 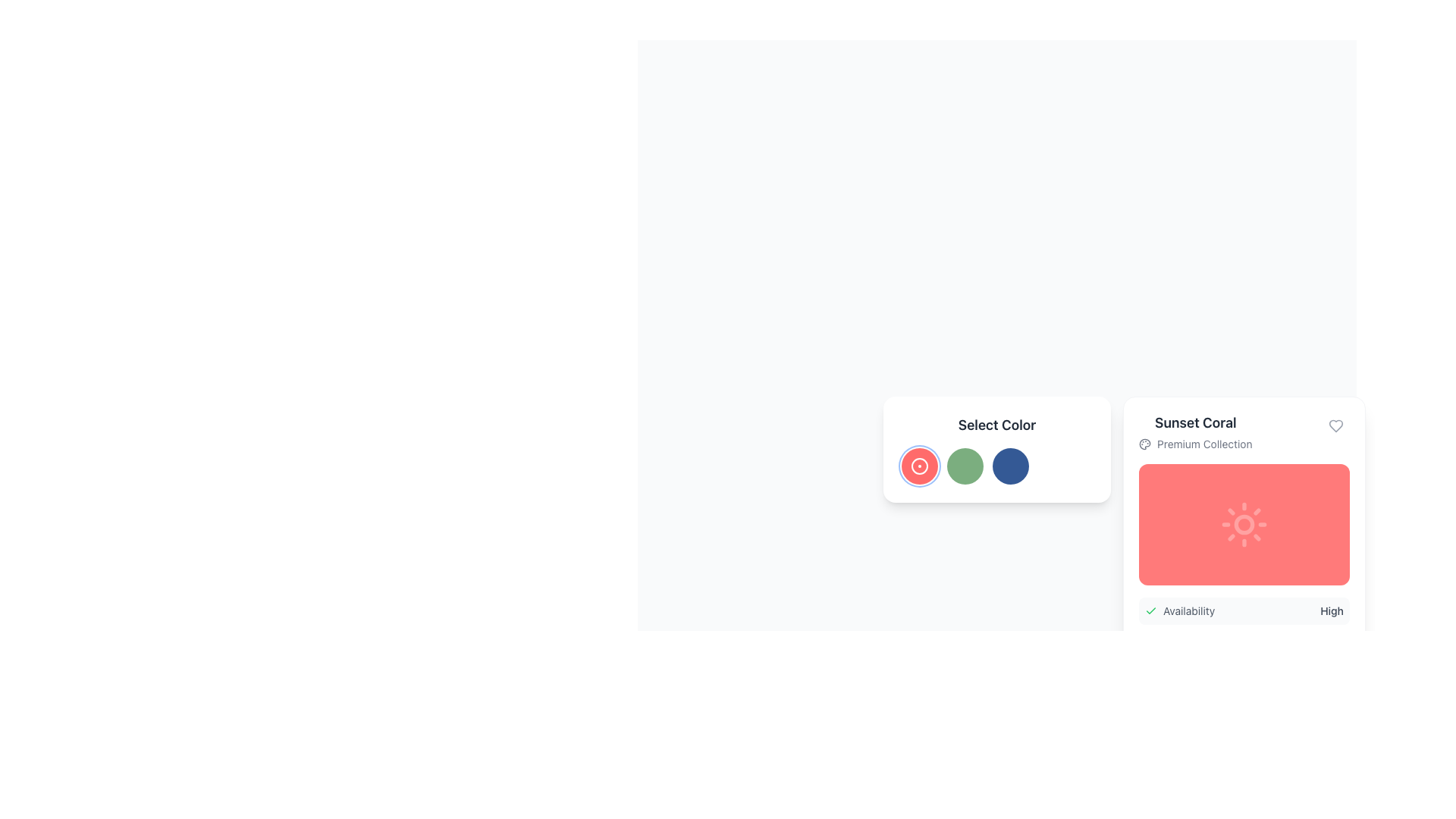 What do you see at coordinates (964, 465) in the screenshot?
I see `the green color selection button, which is the second button in a row of three circular buttons, located between the red button and the blue button` at bounding box center [964, 465].